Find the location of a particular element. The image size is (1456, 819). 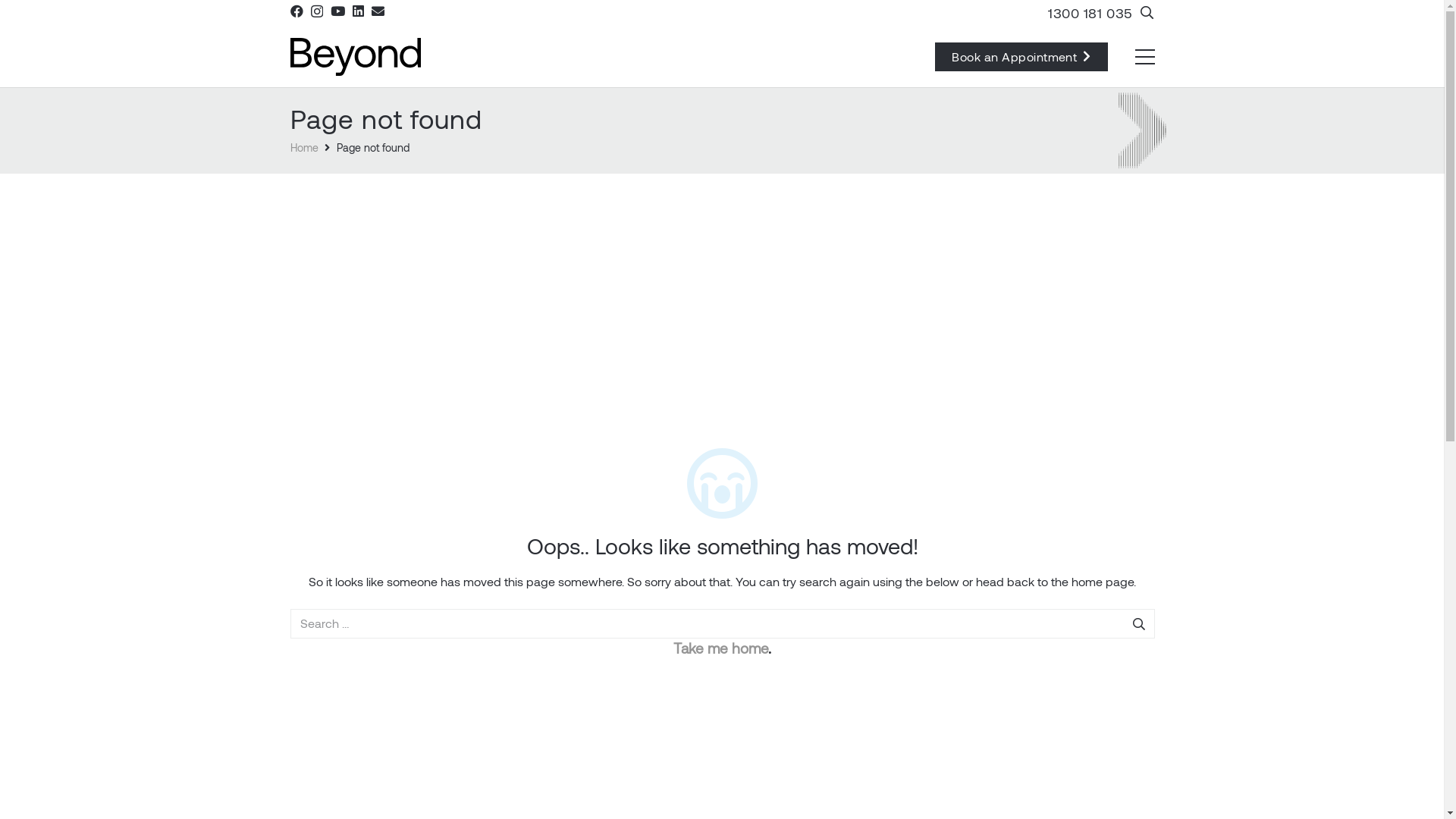

'Oops.. Looks like something has moved!' is located at coordinates (720, 544).